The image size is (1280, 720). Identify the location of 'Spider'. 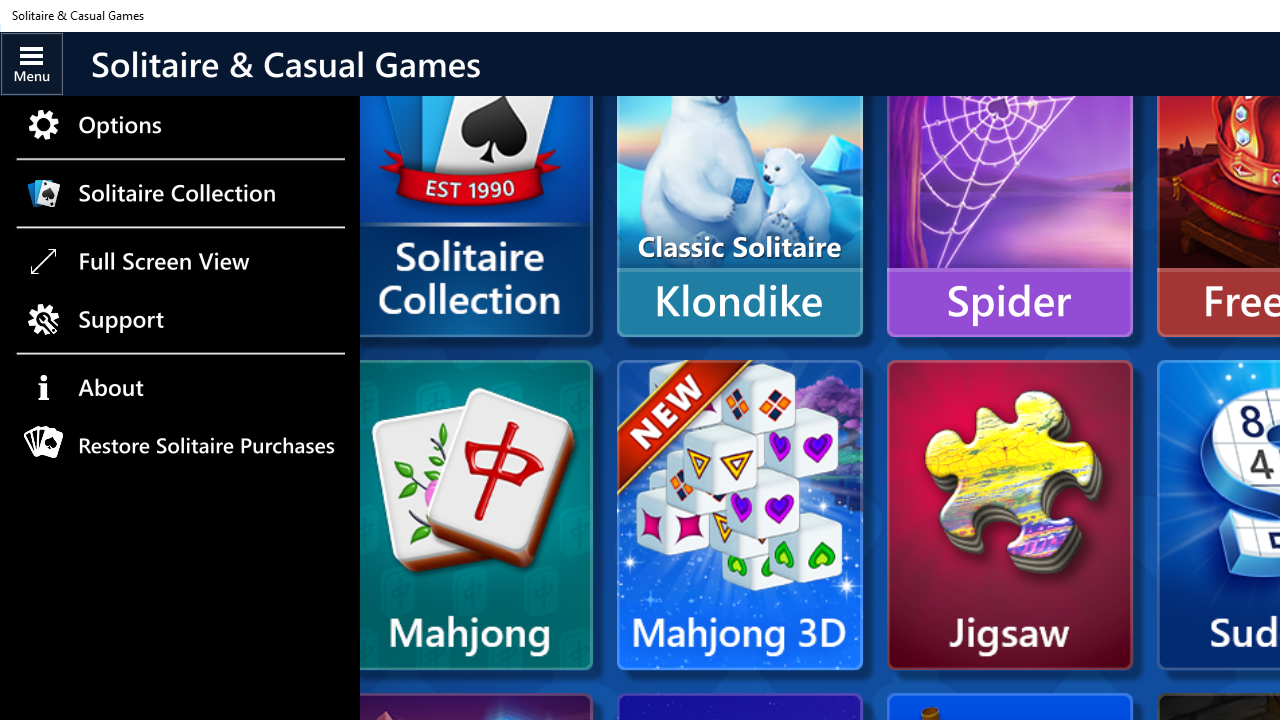
(1009, 182).